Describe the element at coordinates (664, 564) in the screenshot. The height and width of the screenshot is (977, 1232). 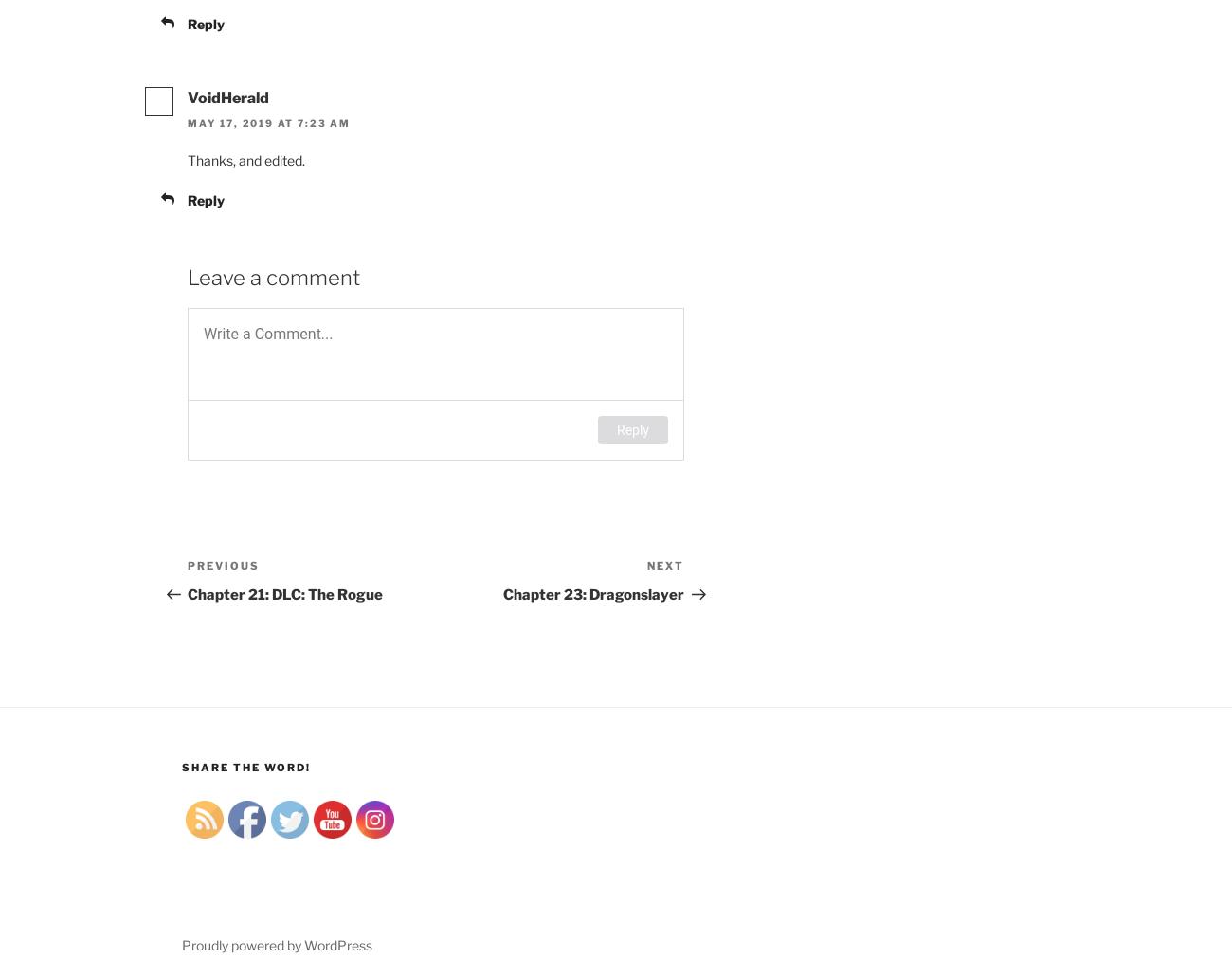
I see `'Next'` at that location.